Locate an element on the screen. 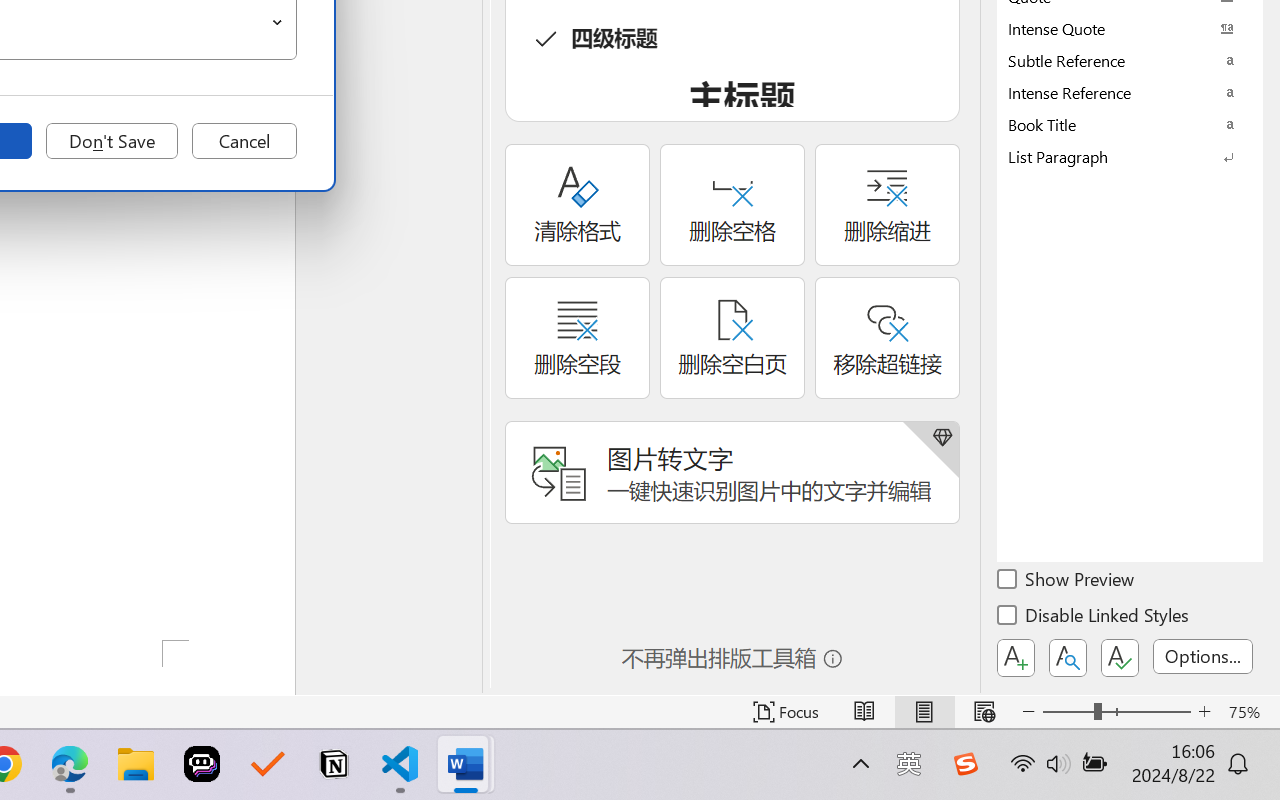 This screenshot has width=1280, height=800. 'Notion' is located at coordinates (334, 764).